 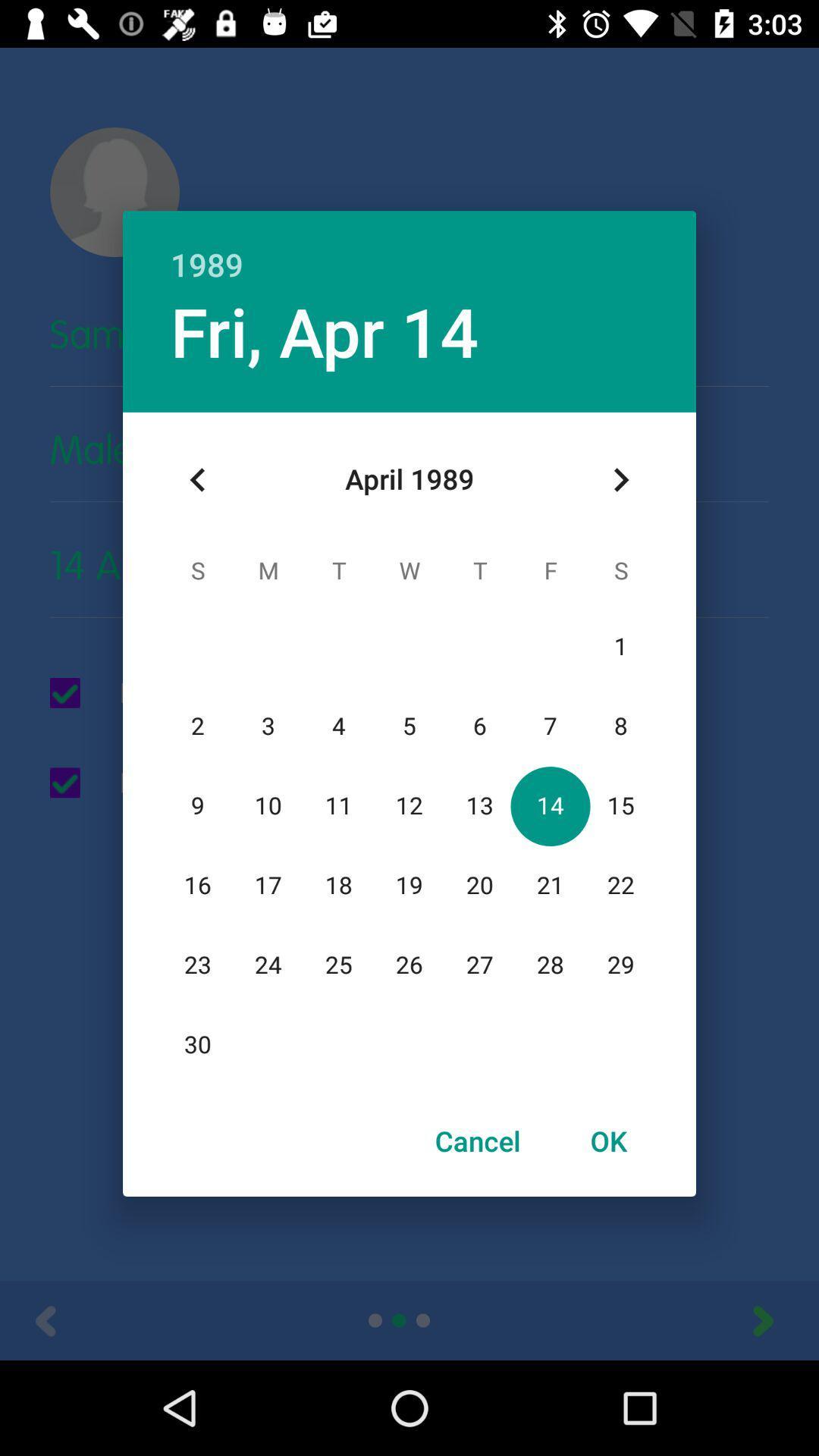 I want to click on icon below the 1989 item, so click(x=620, y=479).